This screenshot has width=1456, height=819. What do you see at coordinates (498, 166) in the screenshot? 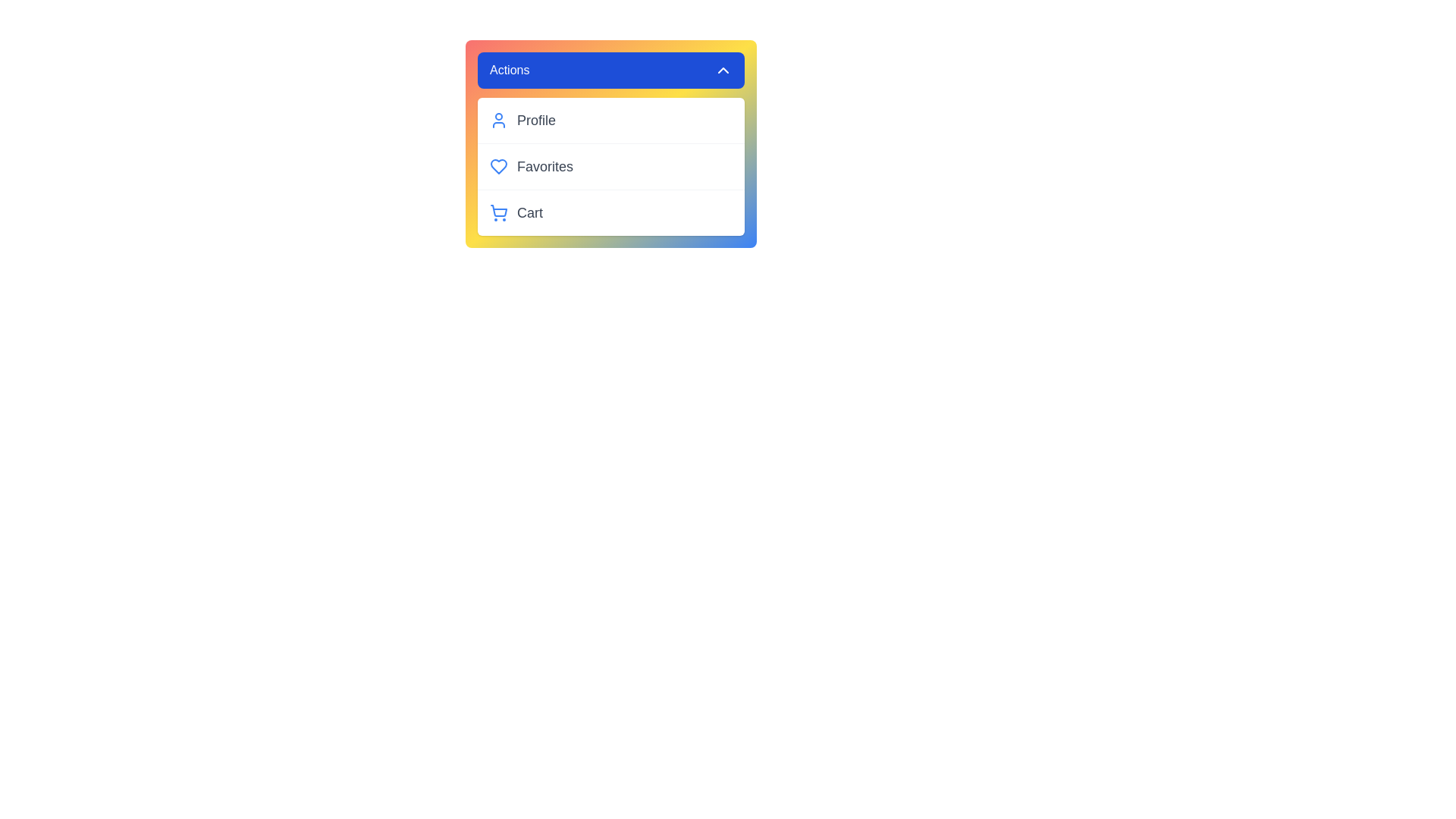
I see `the heart-shaped icon with a blue outline located to the left of the word 'Favorites' in the dropdown menu` at bounding box center [498, 166].